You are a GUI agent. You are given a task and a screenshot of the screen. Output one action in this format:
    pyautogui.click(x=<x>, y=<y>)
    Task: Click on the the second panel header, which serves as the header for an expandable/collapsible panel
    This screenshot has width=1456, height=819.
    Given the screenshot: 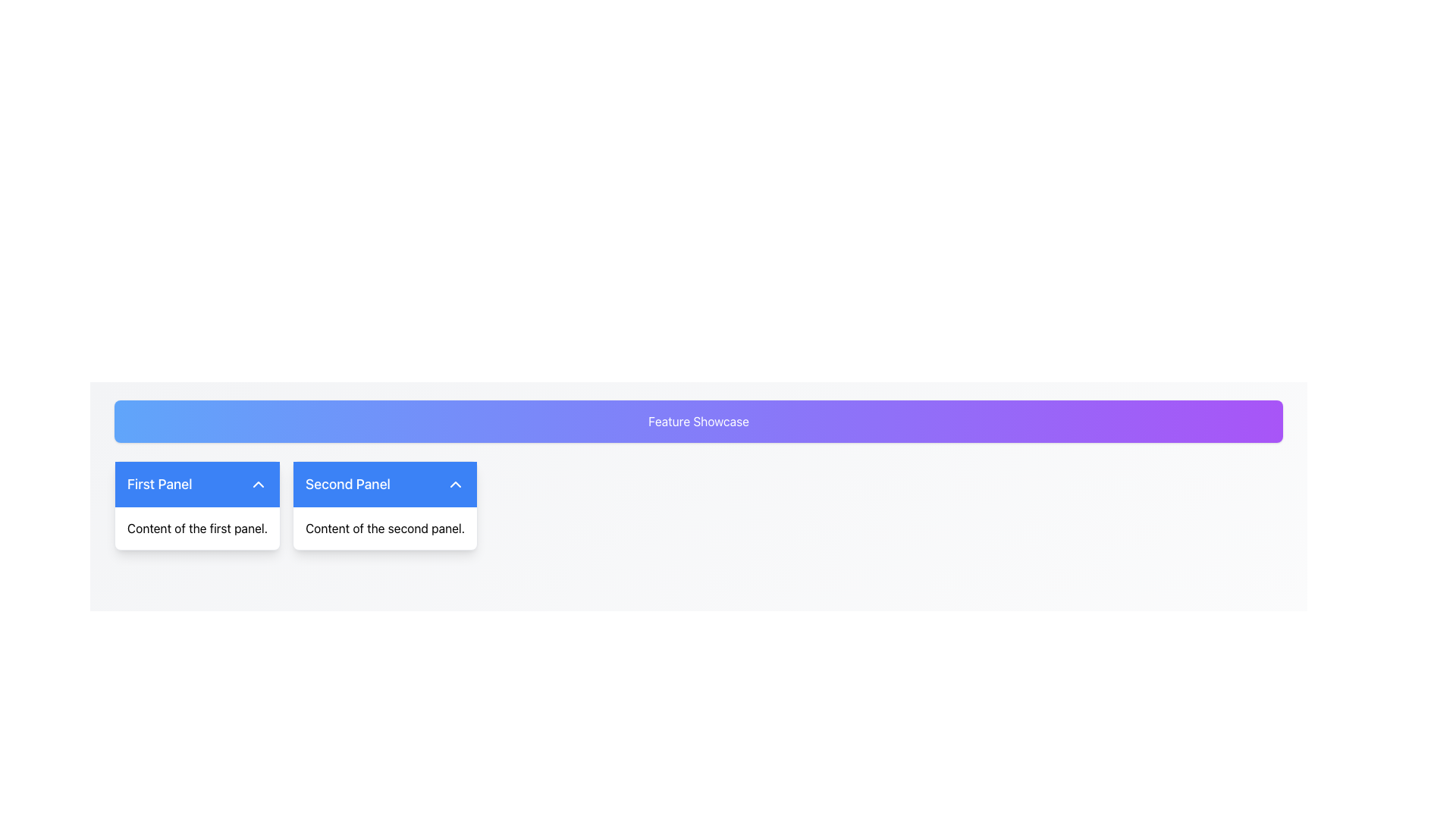 What is the action you would take?
    pyautogui.click(x=385, y=485)
    